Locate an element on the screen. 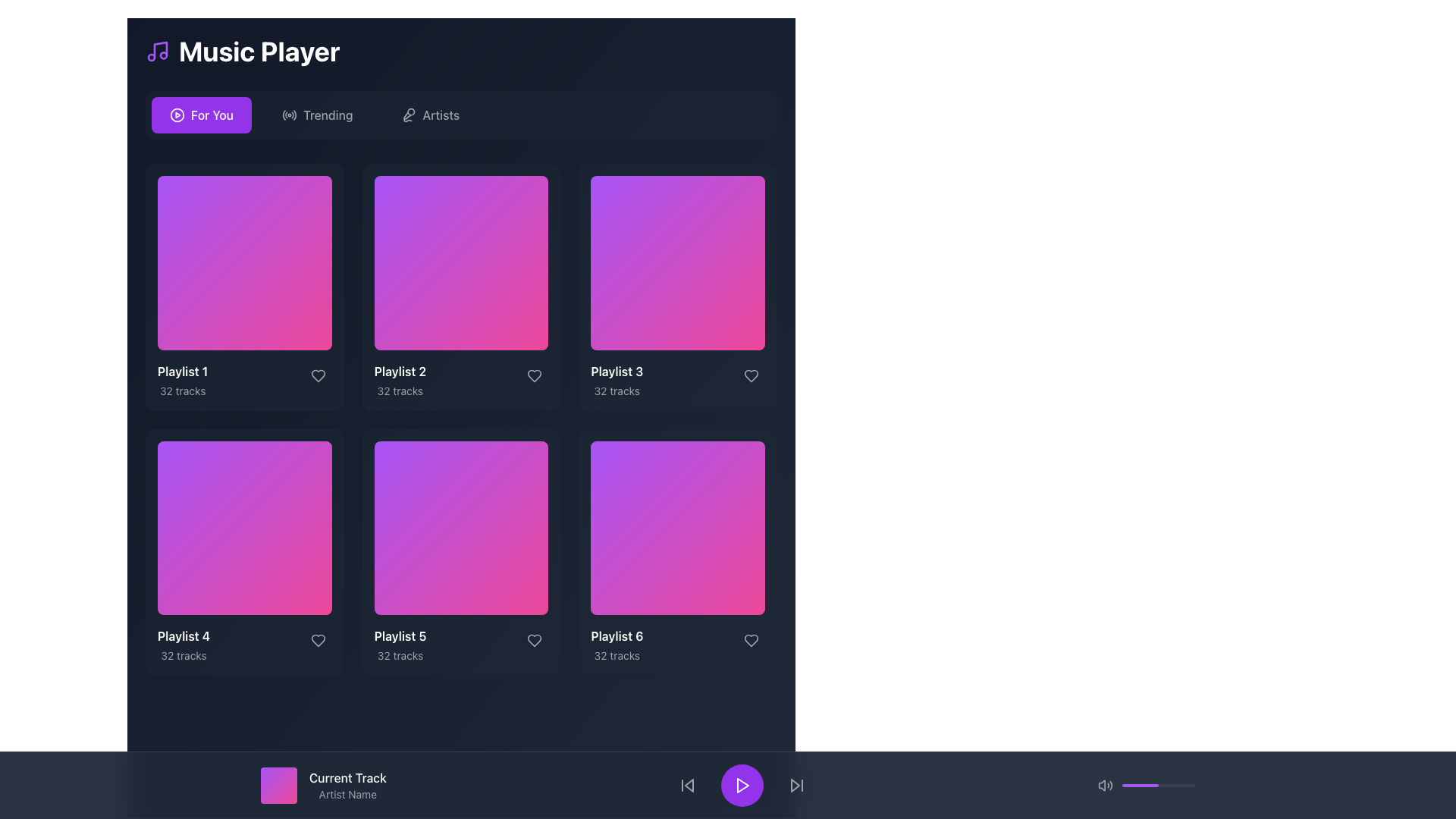 This screenshot has height=819, width=1456. the label displaying 'Current Track' and 'Artist Name' at the bottom of the interface is located at coordinates (347, 785).